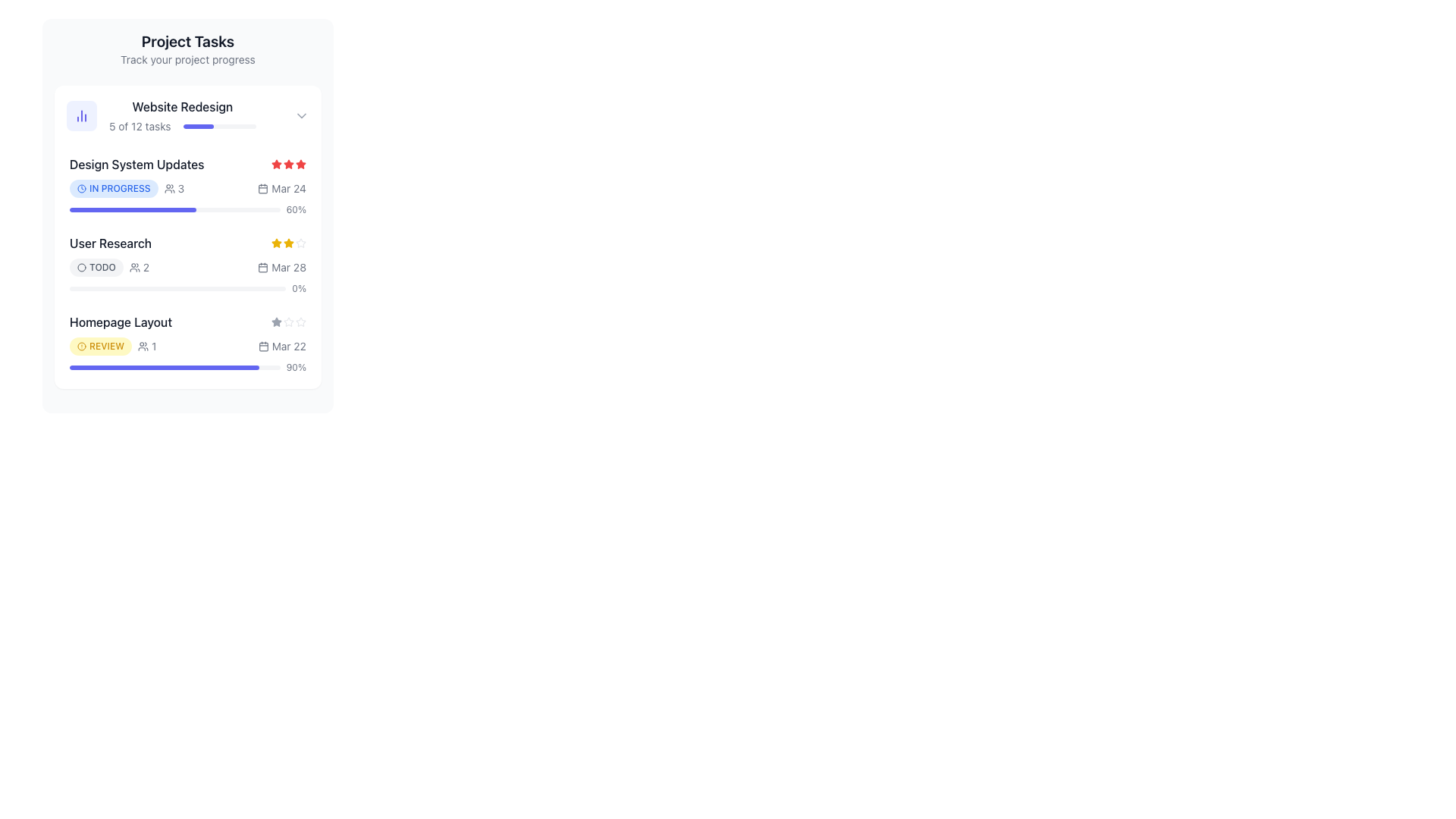 The width and height of the screenshot is (1456, 819). Describe the element at coordinates (182, 115) in the screenshot. I see `the task entry component in the task list, which includes the heading, description, and progress bar, located to the right of the indigo chart icon` at that location.